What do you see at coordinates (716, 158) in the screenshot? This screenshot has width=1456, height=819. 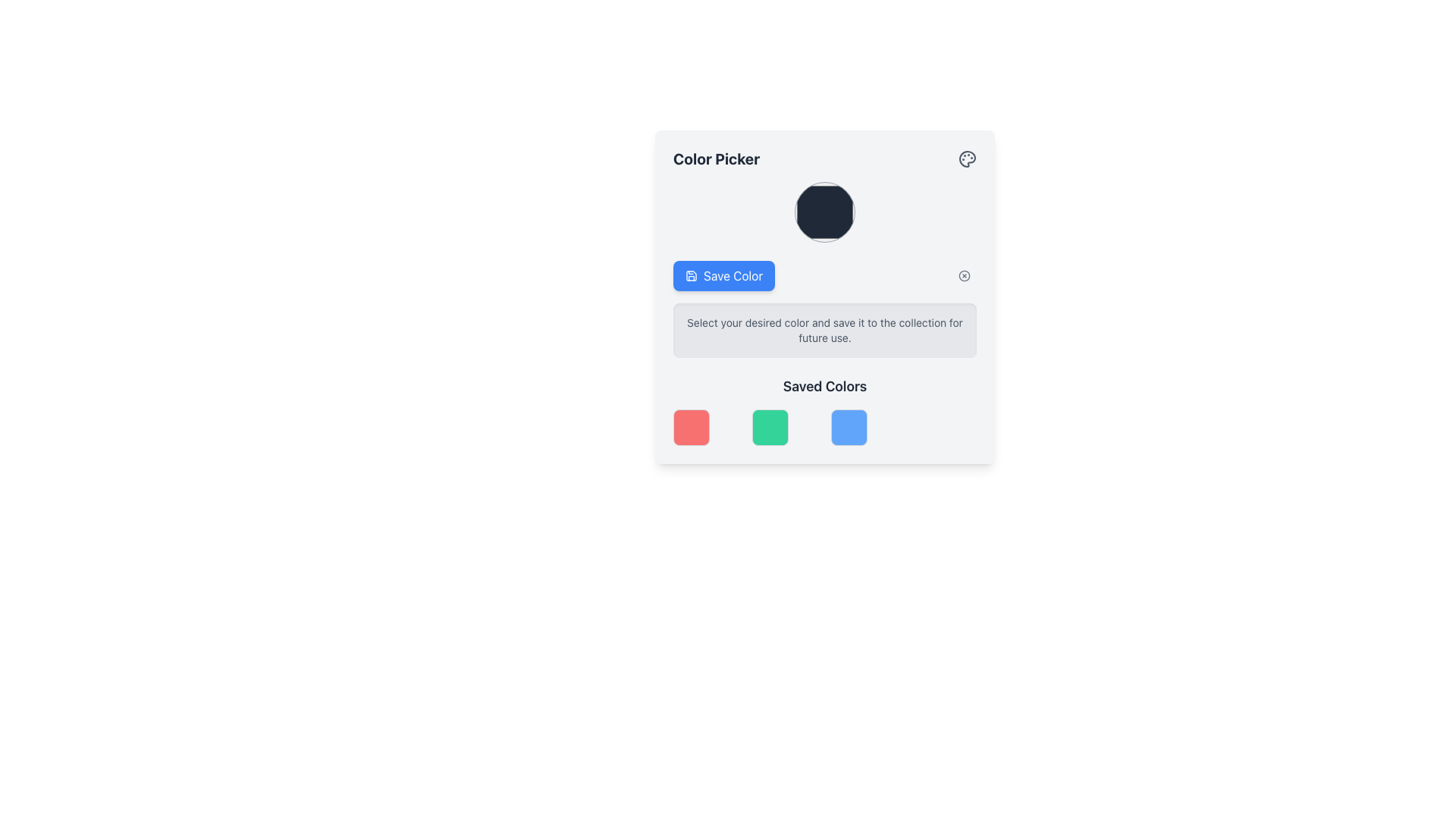 I see `the static text label indicating the purpose of the color selection tool` at bounding box center [716, 158].